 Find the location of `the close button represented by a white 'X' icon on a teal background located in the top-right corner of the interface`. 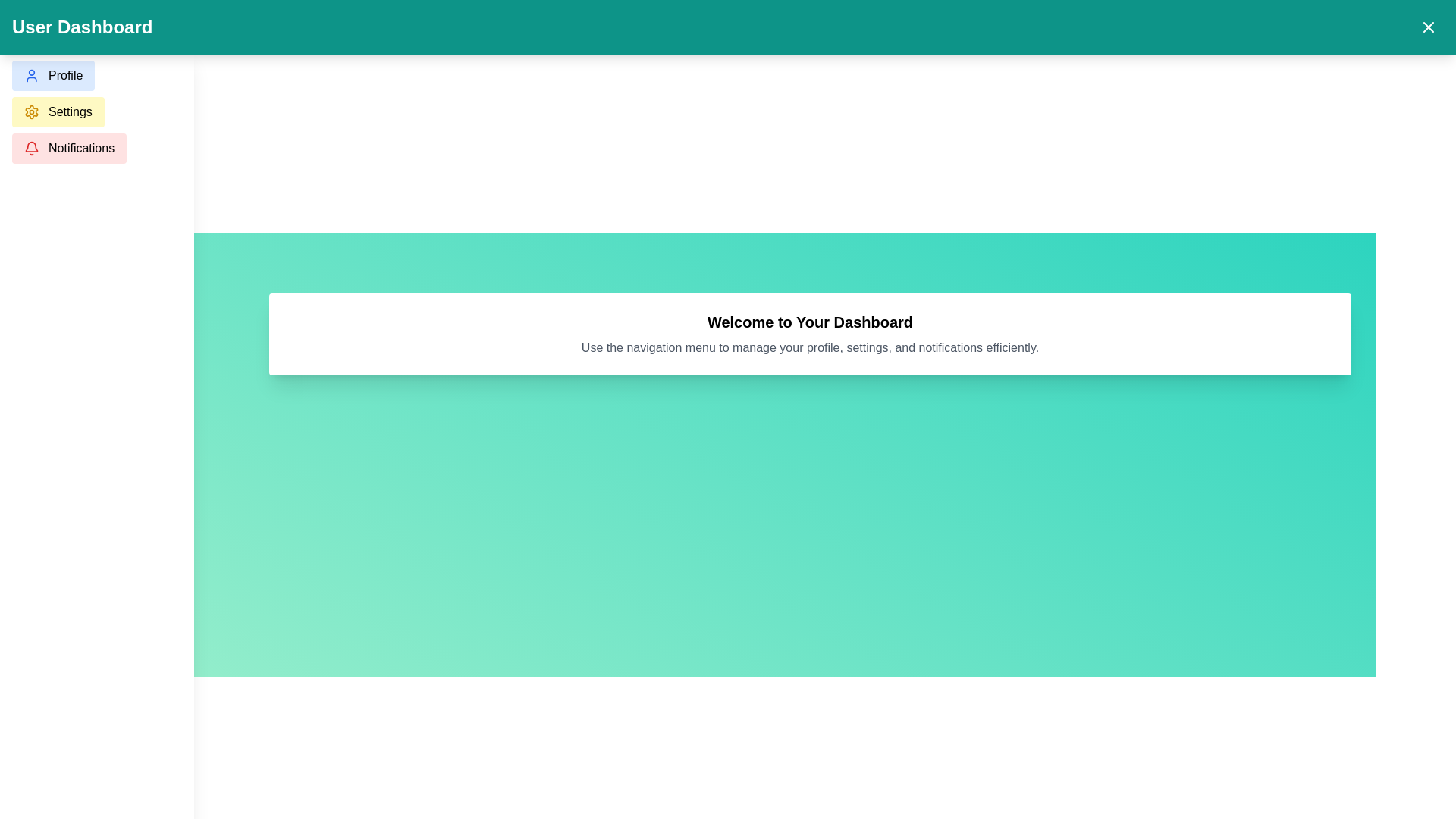

the close button represented by a white 'X' icon on a teal background located in the top-right corner of the interface is located at coordinates (1427, 27).